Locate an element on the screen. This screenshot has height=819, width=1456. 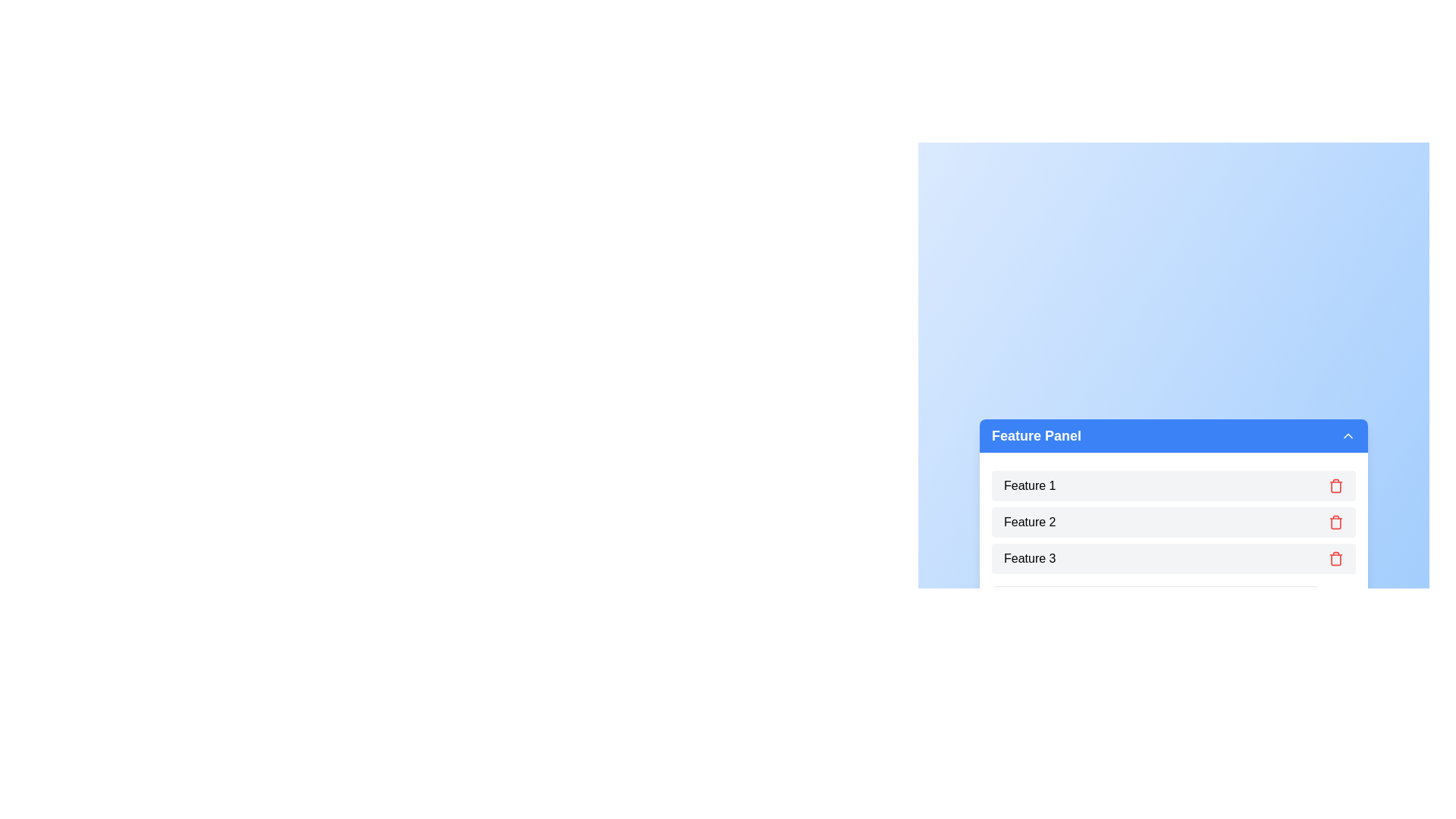
the input field and button combination located at the bottom of the Feature Panel, which includes a text input area and a green button with a circular plus icon is located at coordinates (1173, 601).